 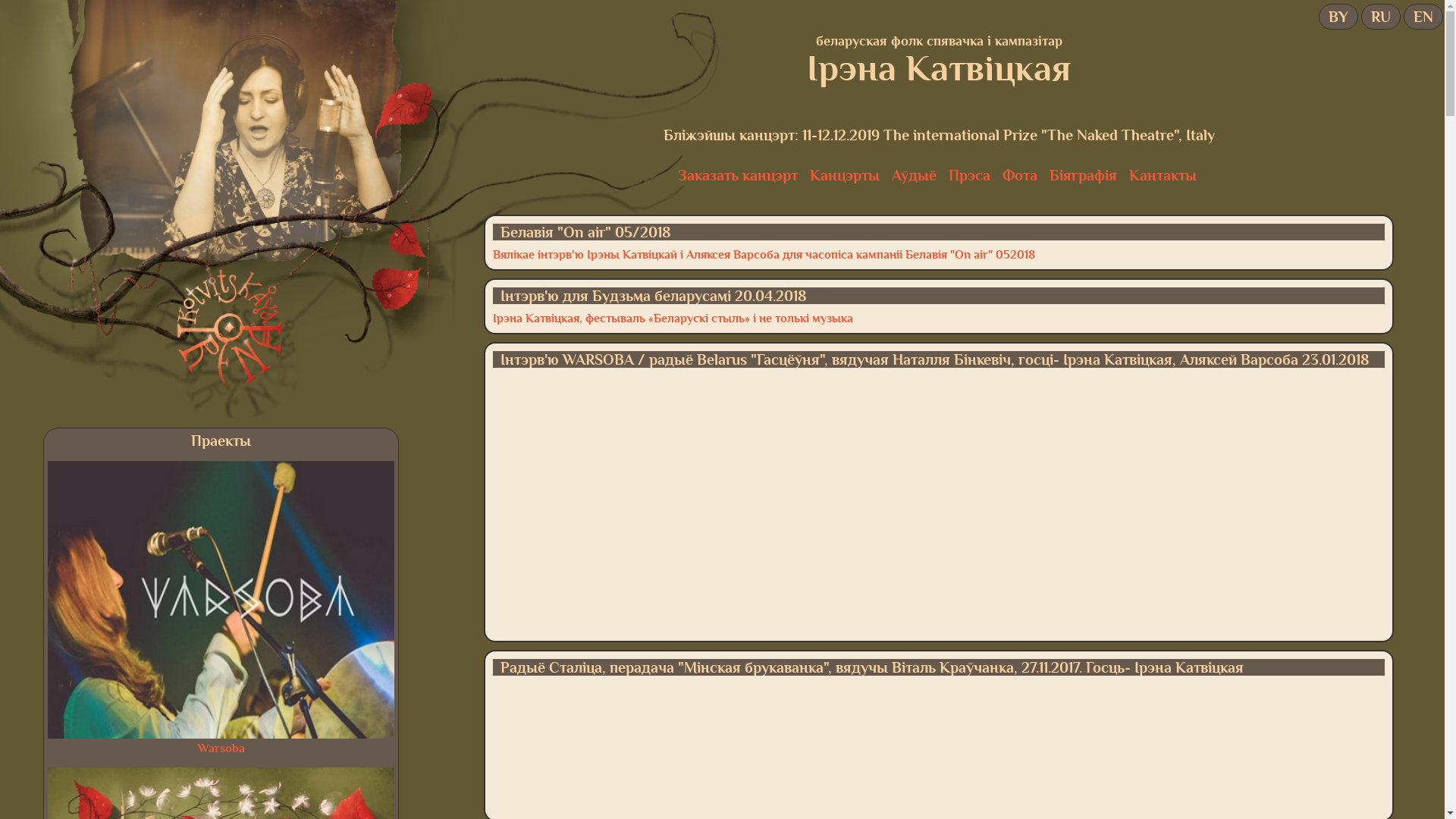 I want to click on 'EN', so click(x=1422, y=17).